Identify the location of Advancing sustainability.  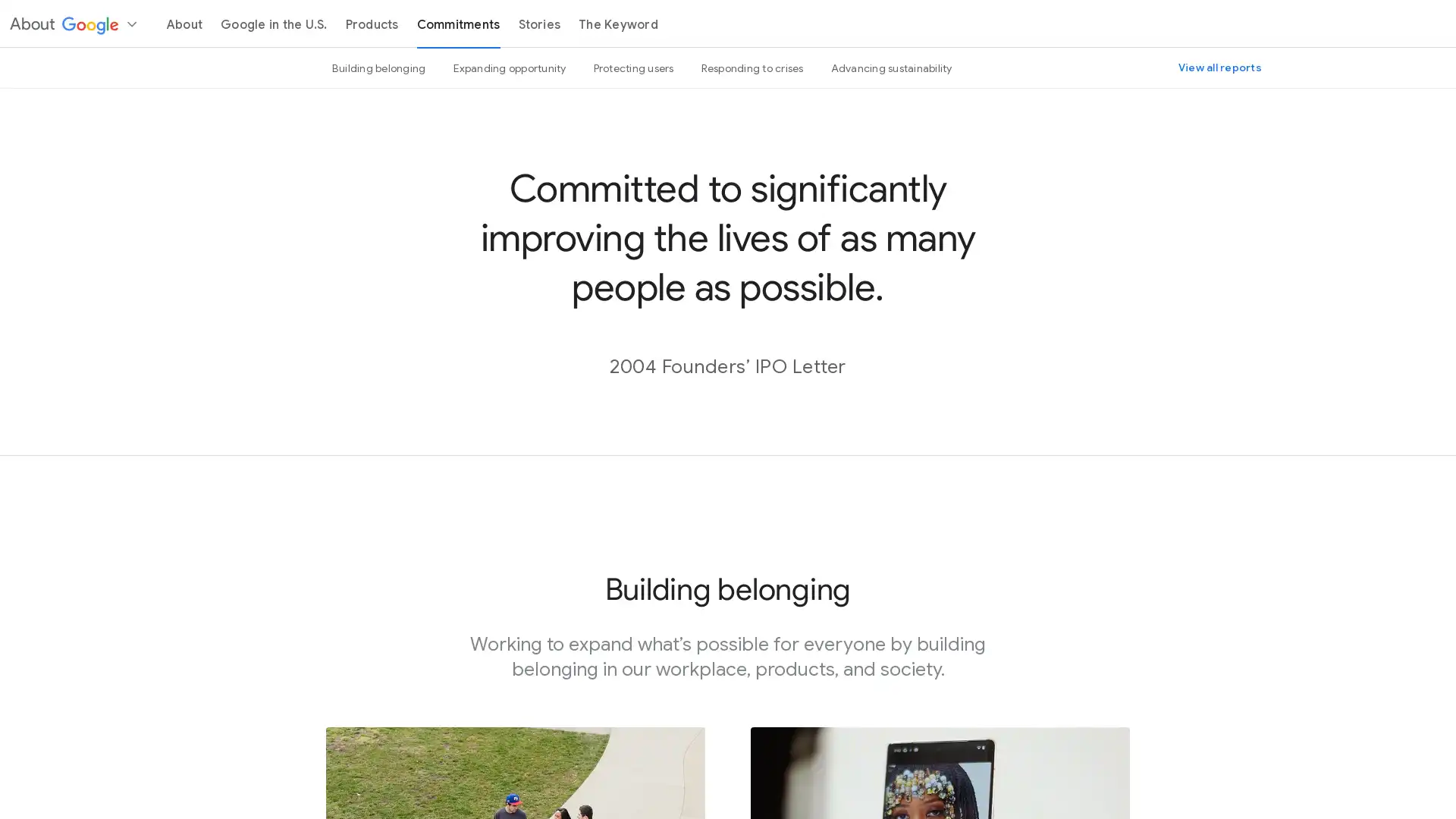
(891, 67).